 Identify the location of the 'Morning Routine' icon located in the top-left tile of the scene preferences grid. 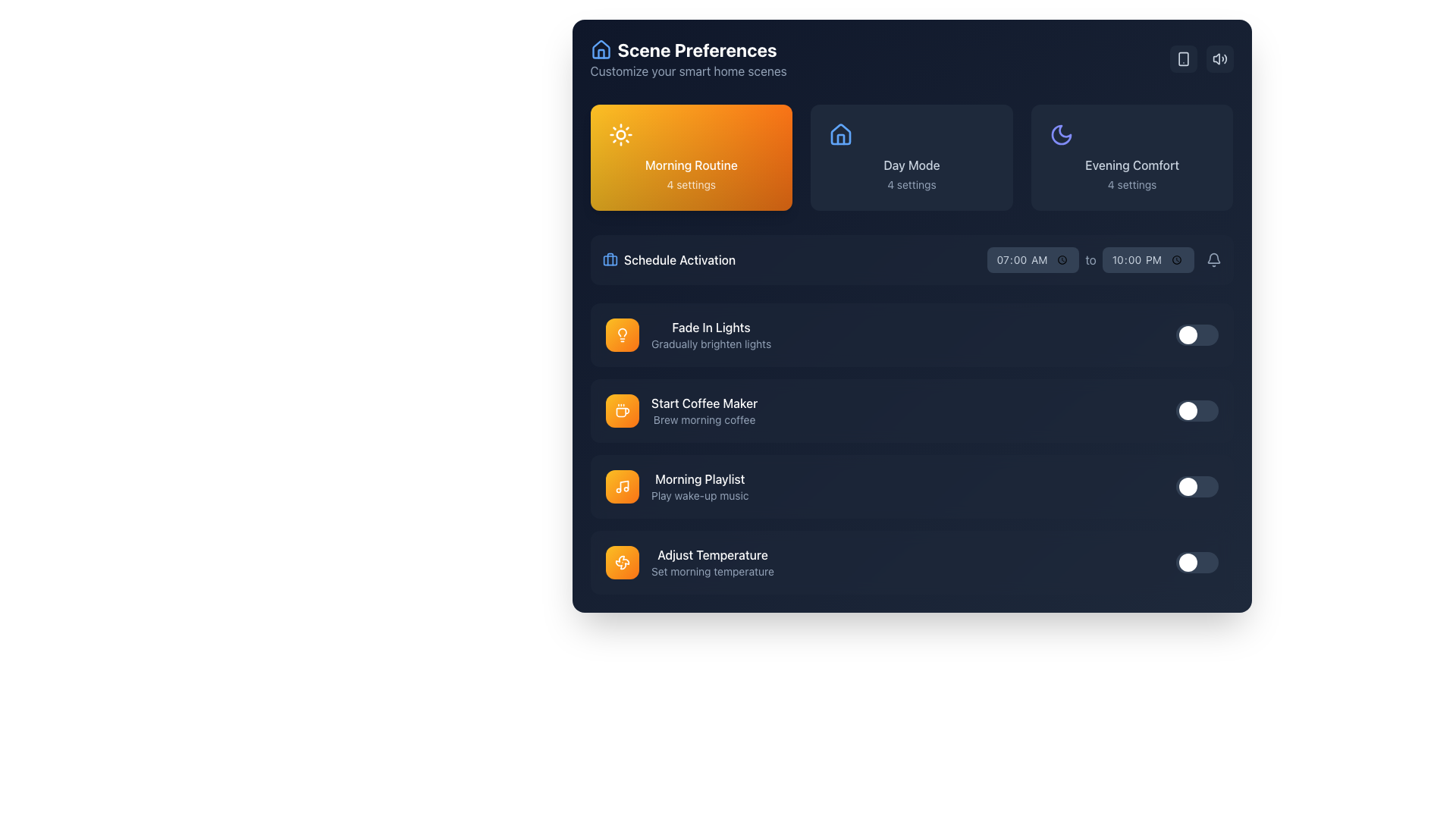
(622, 334).